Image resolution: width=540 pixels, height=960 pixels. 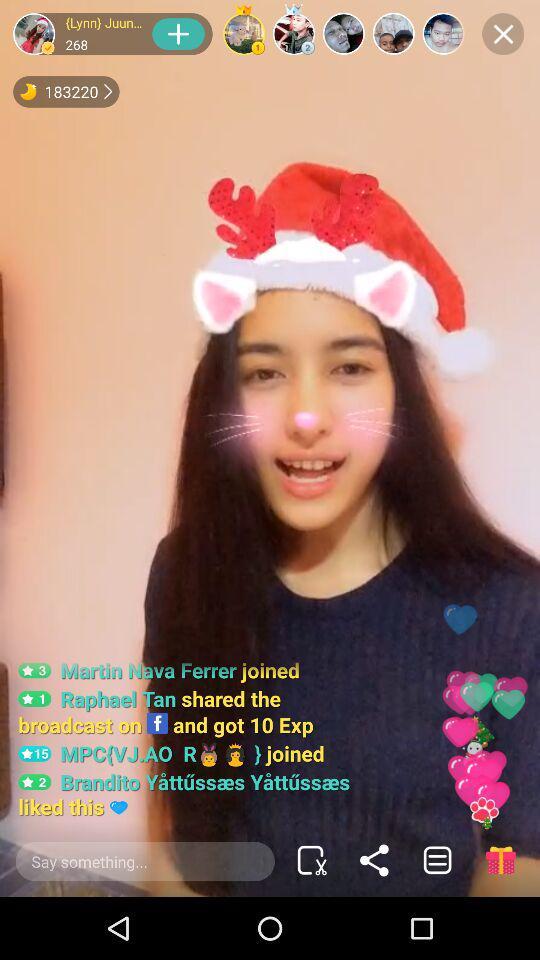 What do you see at coordinates (502, 33) in the screenshot?
I see `the close icon` at bounding box center [502, 33].